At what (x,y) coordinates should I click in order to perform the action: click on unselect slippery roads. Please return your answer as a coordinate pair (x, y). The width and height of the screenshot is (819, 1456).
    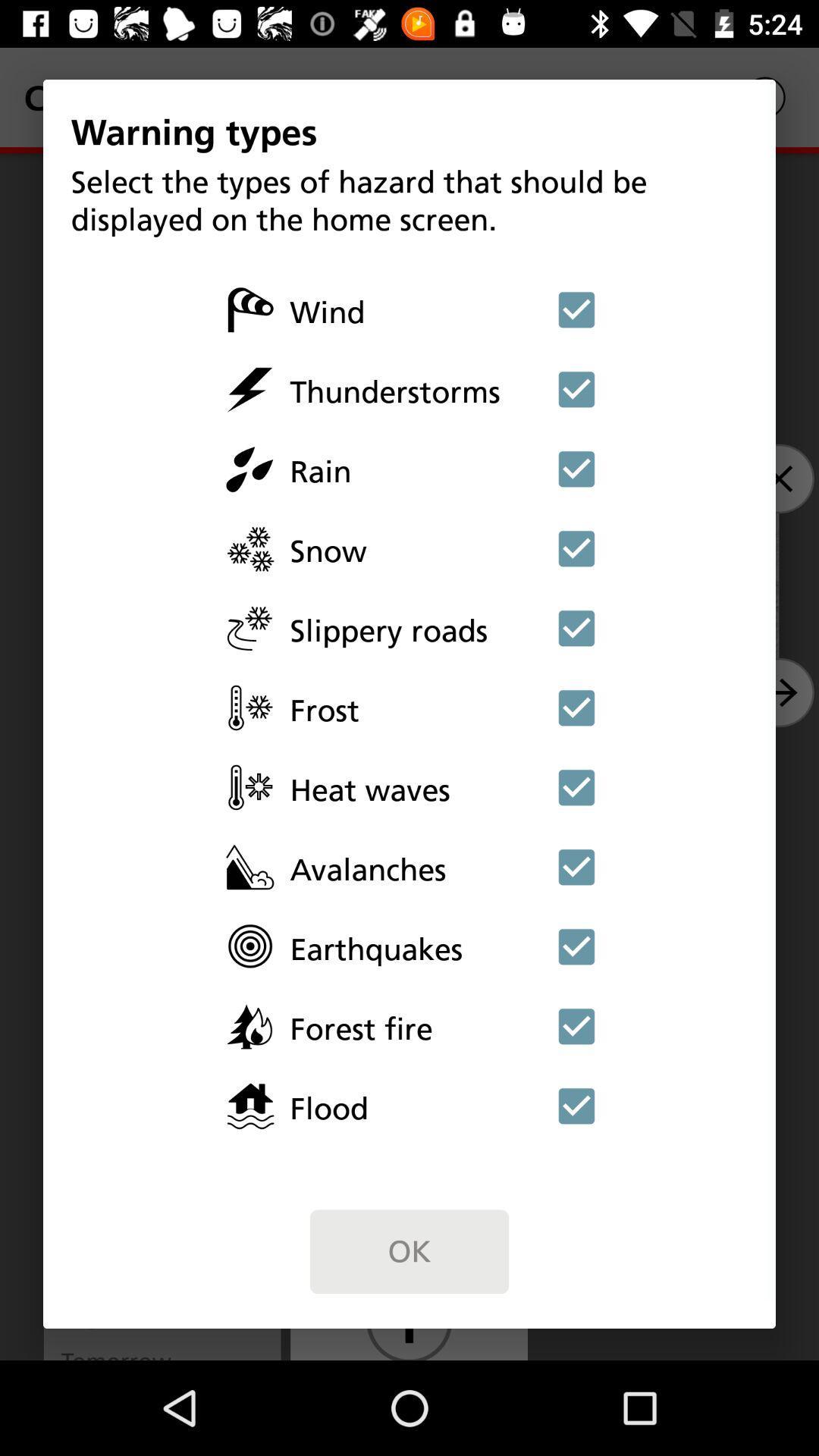
    Looking at the image, I should click on (576, 628).